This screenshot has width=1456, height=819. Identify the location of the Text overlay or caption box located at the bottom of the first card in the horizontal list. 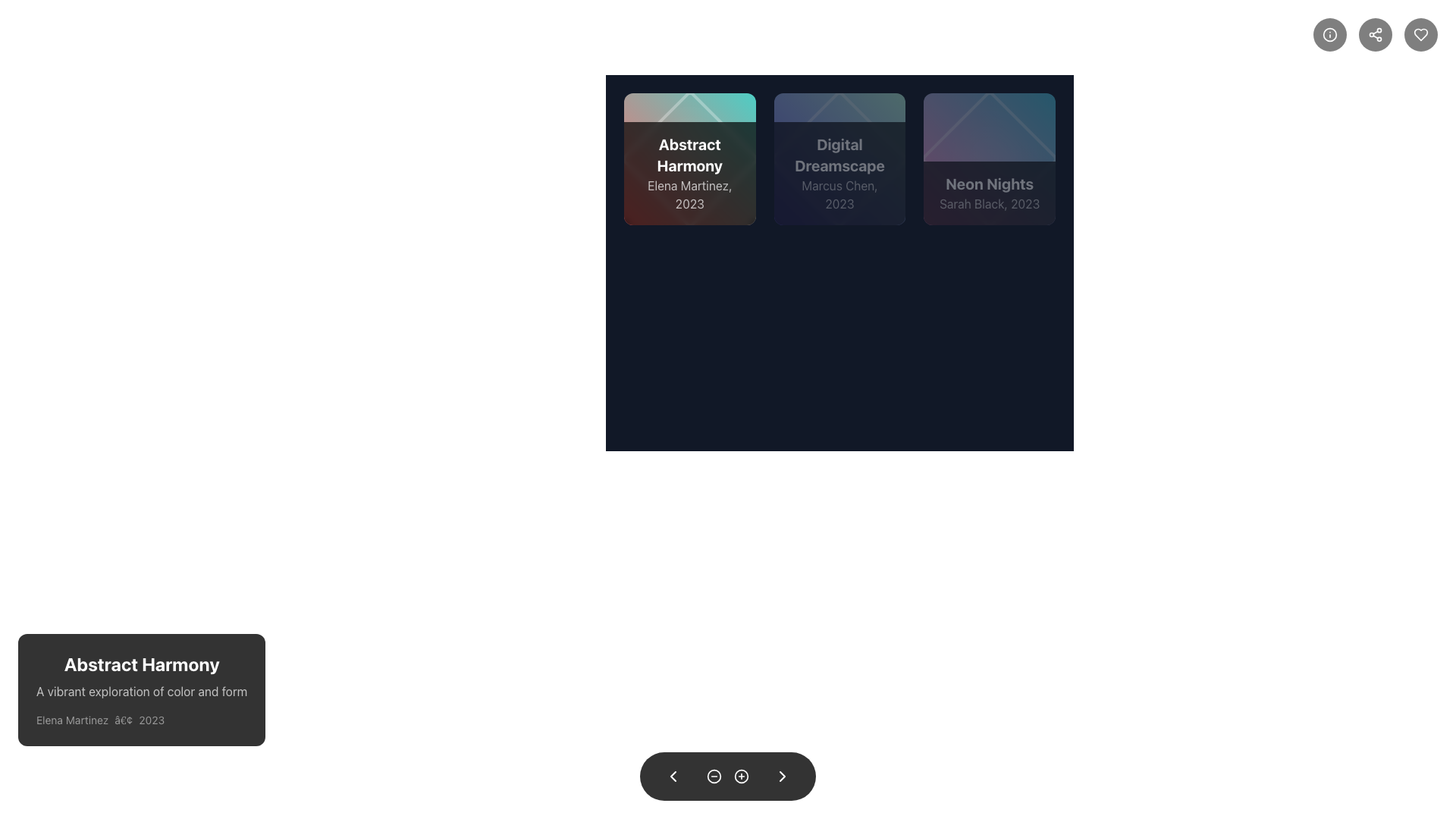
(689, 172).